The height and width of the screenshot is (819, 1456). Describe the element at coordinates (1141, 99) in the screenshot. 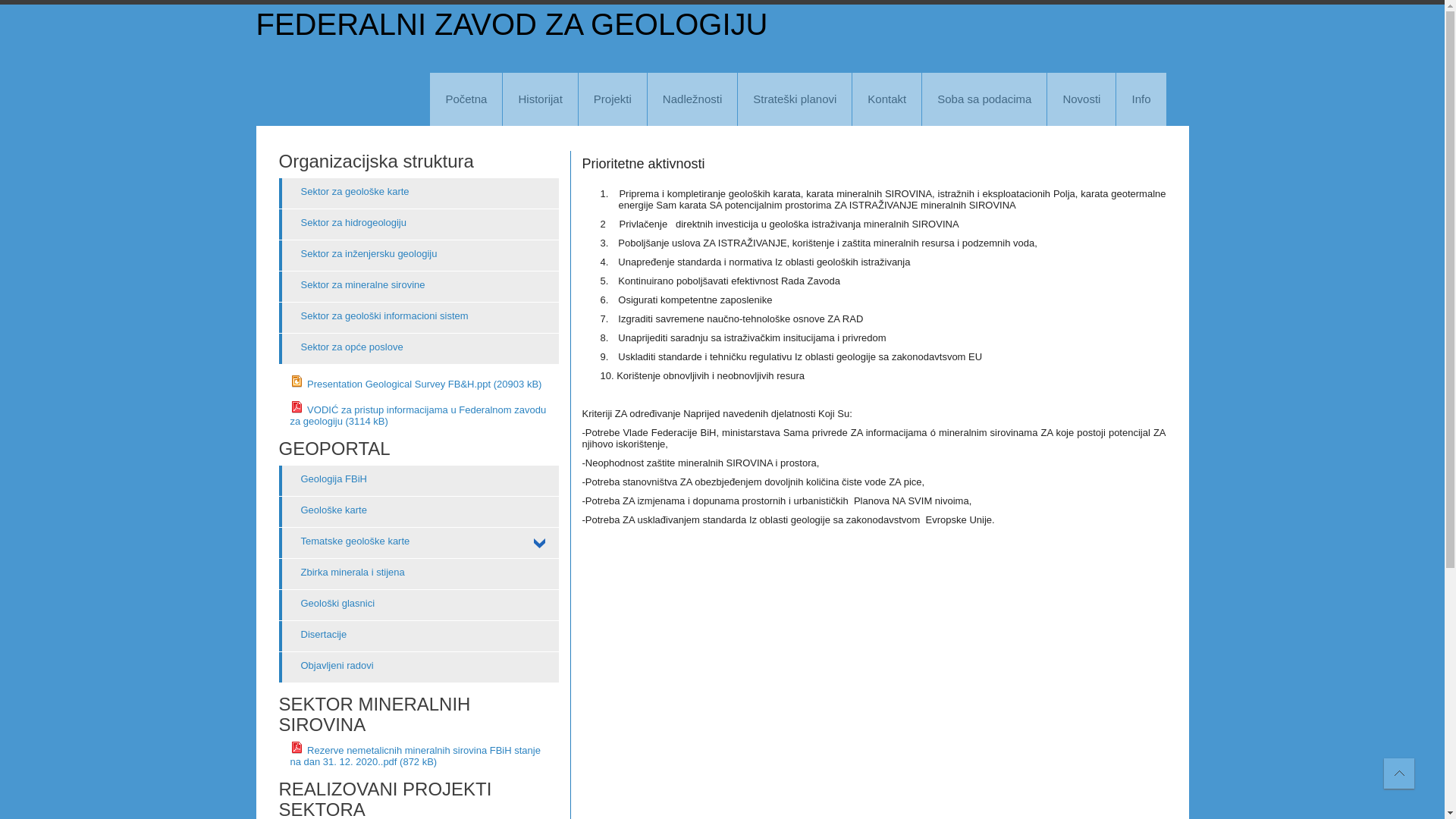

I see `'Info'` at that location.